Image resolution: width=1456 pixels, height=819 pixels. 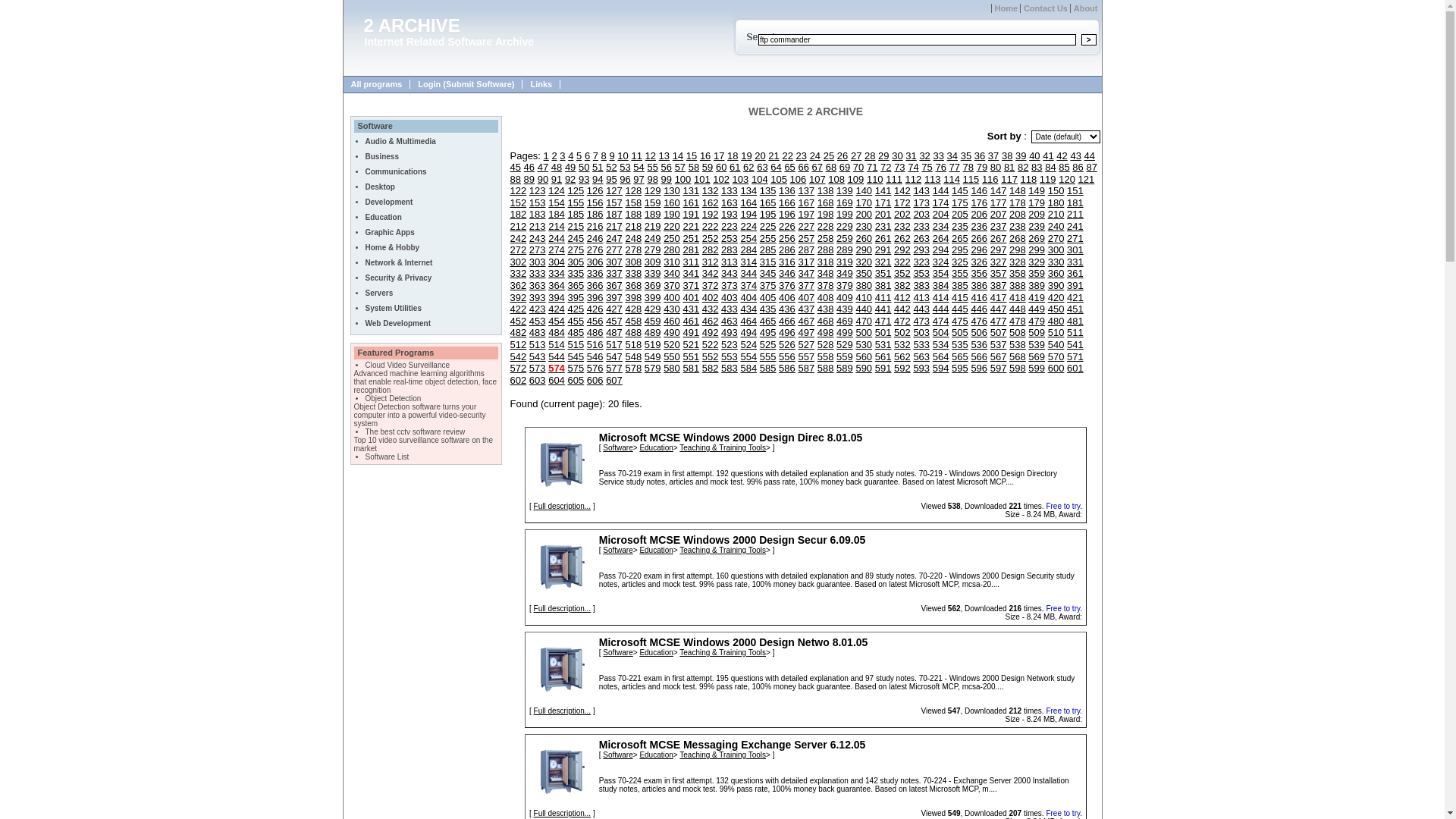 I want to click on '571', so click(x=1074, y=356).